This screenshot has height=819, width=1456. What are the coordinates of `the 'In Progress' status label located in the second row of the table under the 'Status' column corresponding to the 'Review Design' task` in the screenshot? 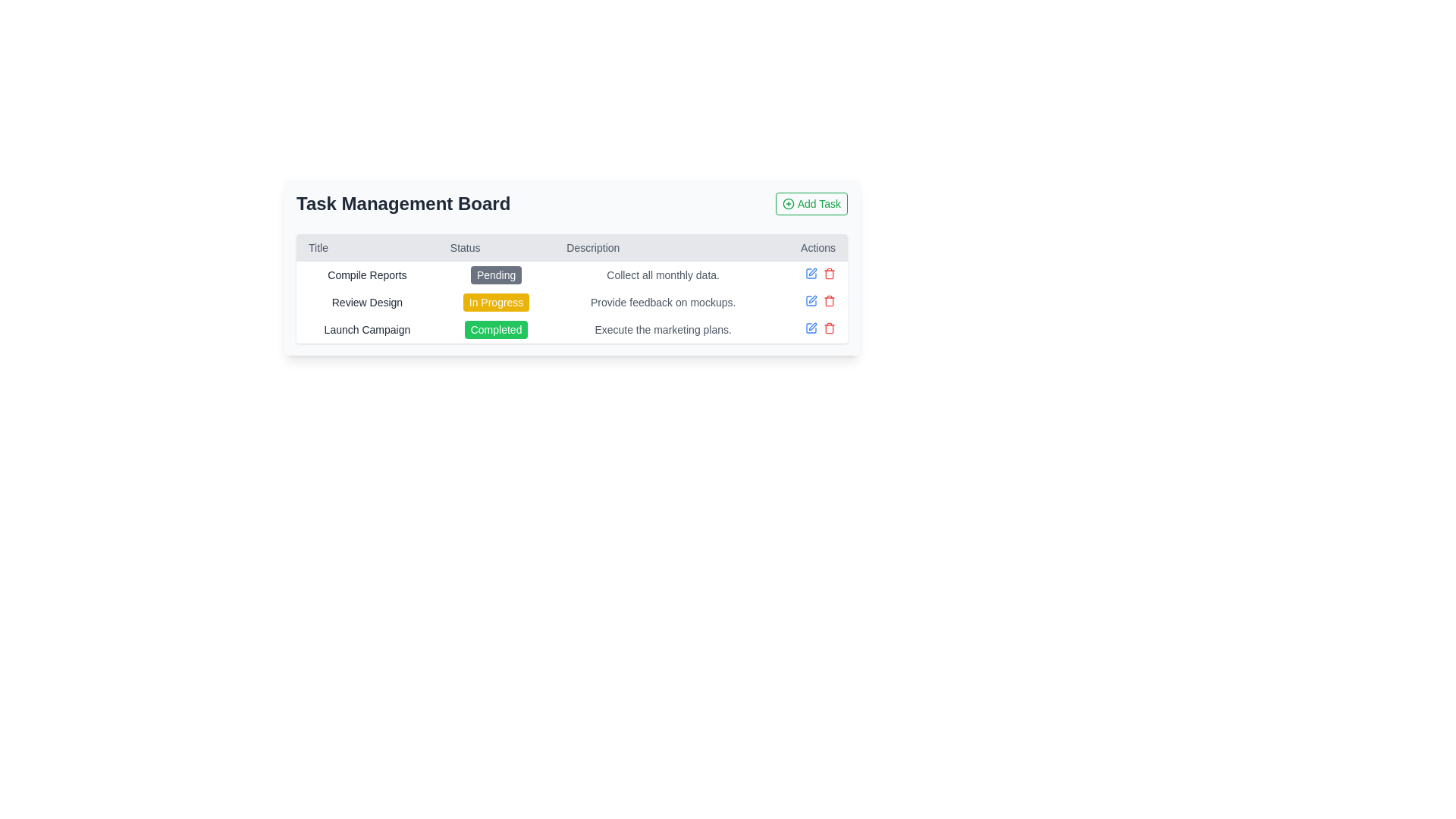 It's located at (496, 302).